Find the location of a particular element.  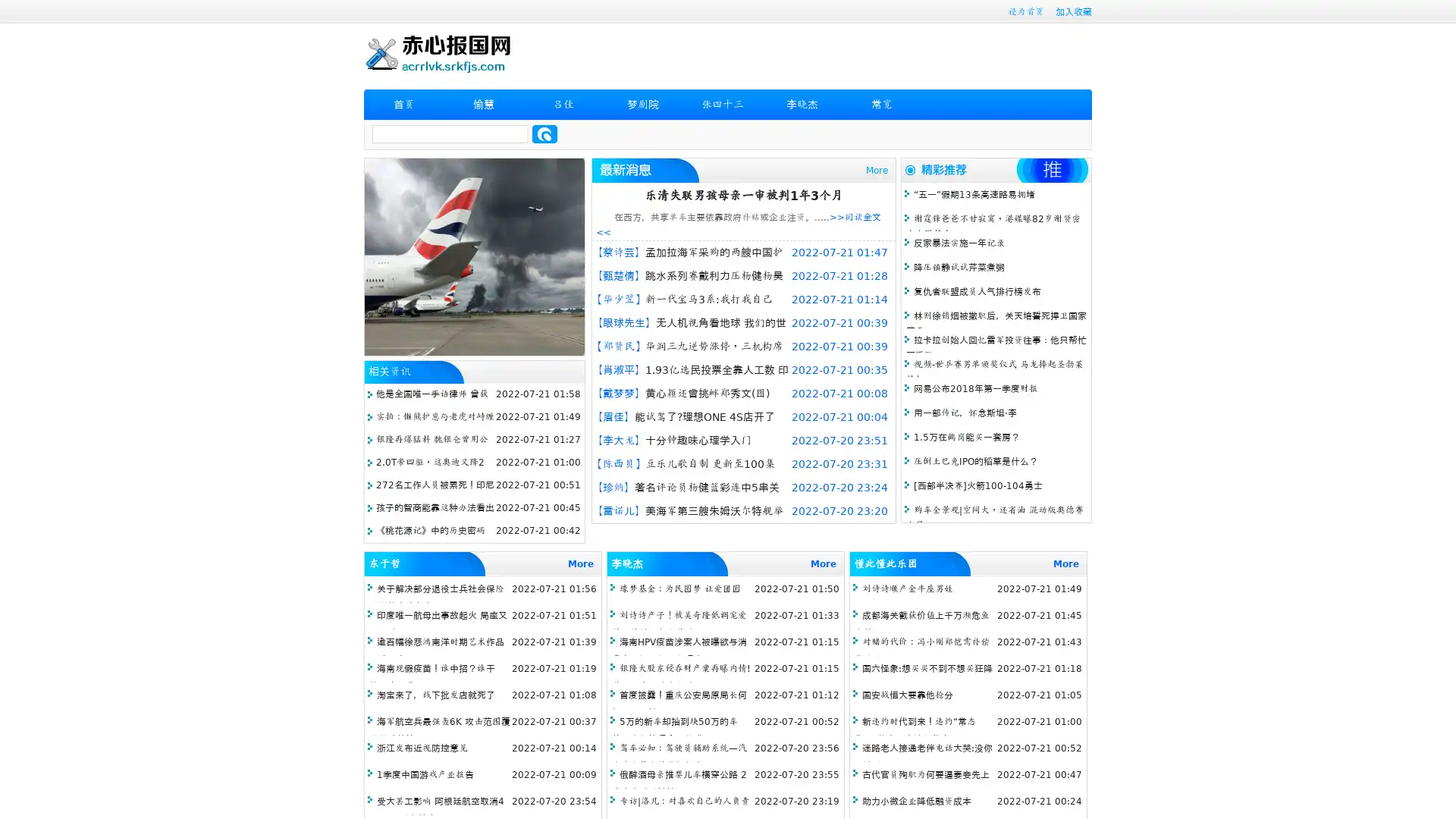

Search is located at coordinates (544, 133).